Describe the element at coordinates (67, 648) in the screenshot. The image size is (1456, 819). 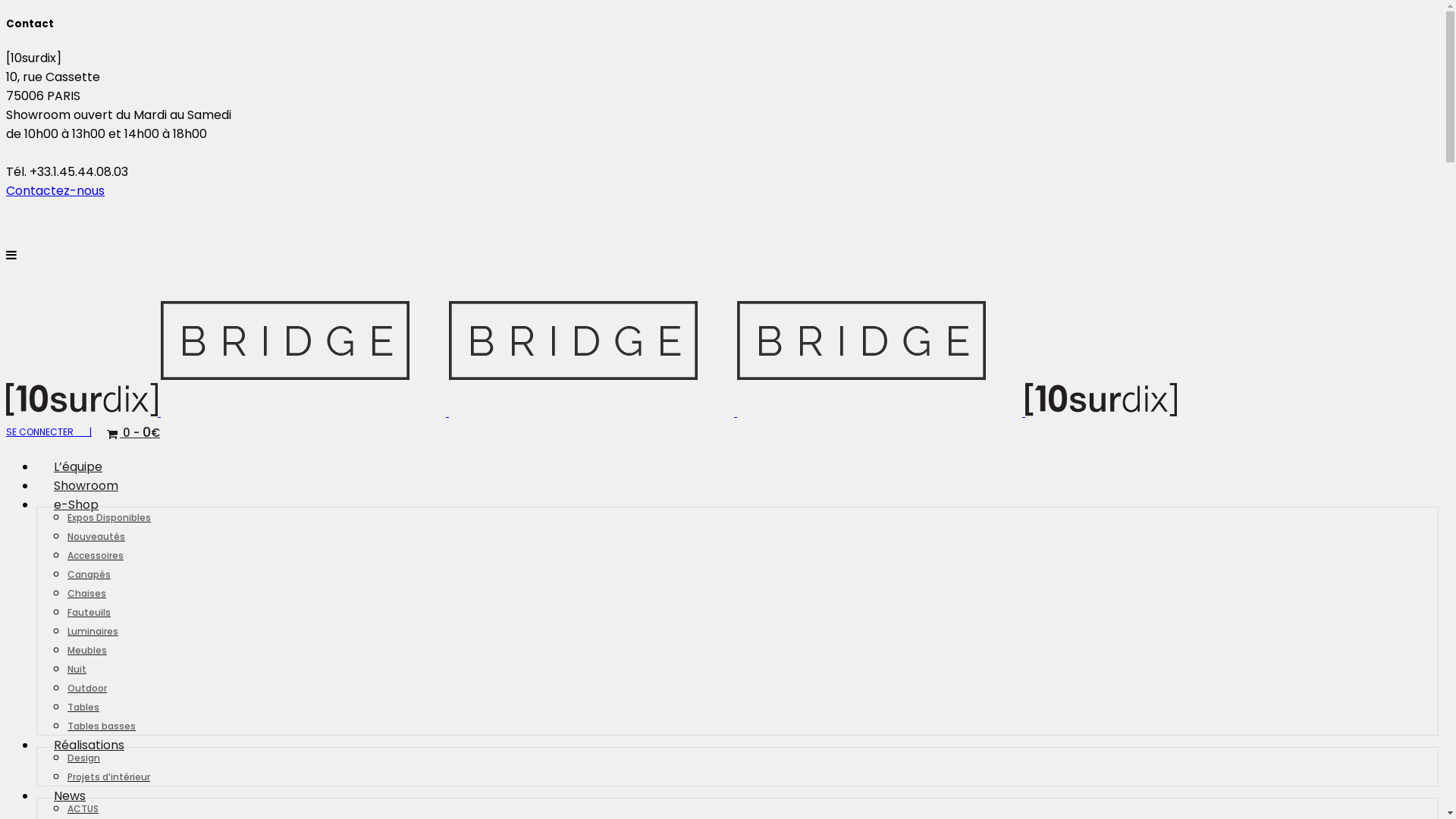
I see `'Meubles'` at that location.